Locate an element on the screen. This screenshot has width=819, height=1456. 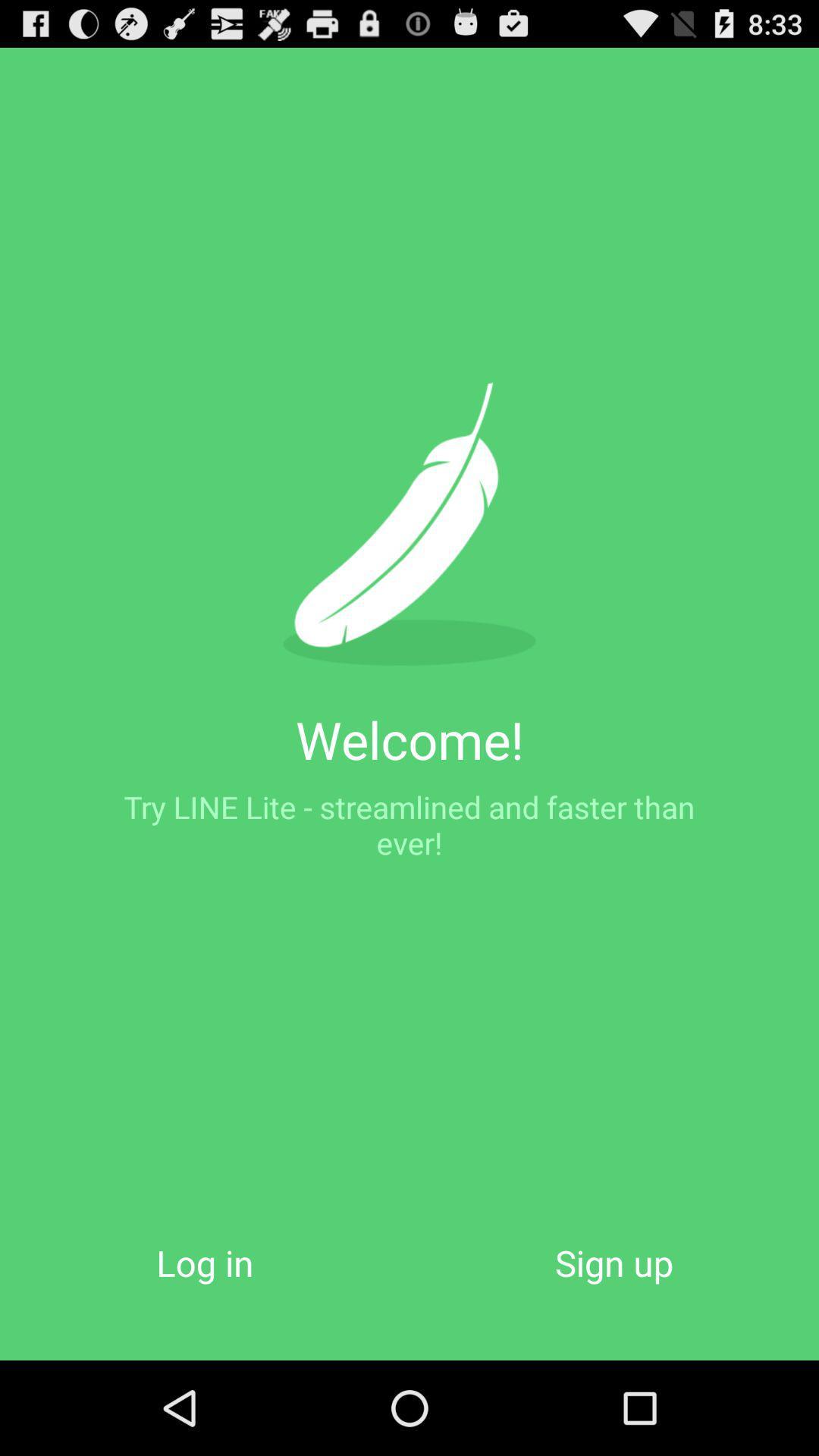
the app below the try line lite icon is located at coordinates (614, 1263).